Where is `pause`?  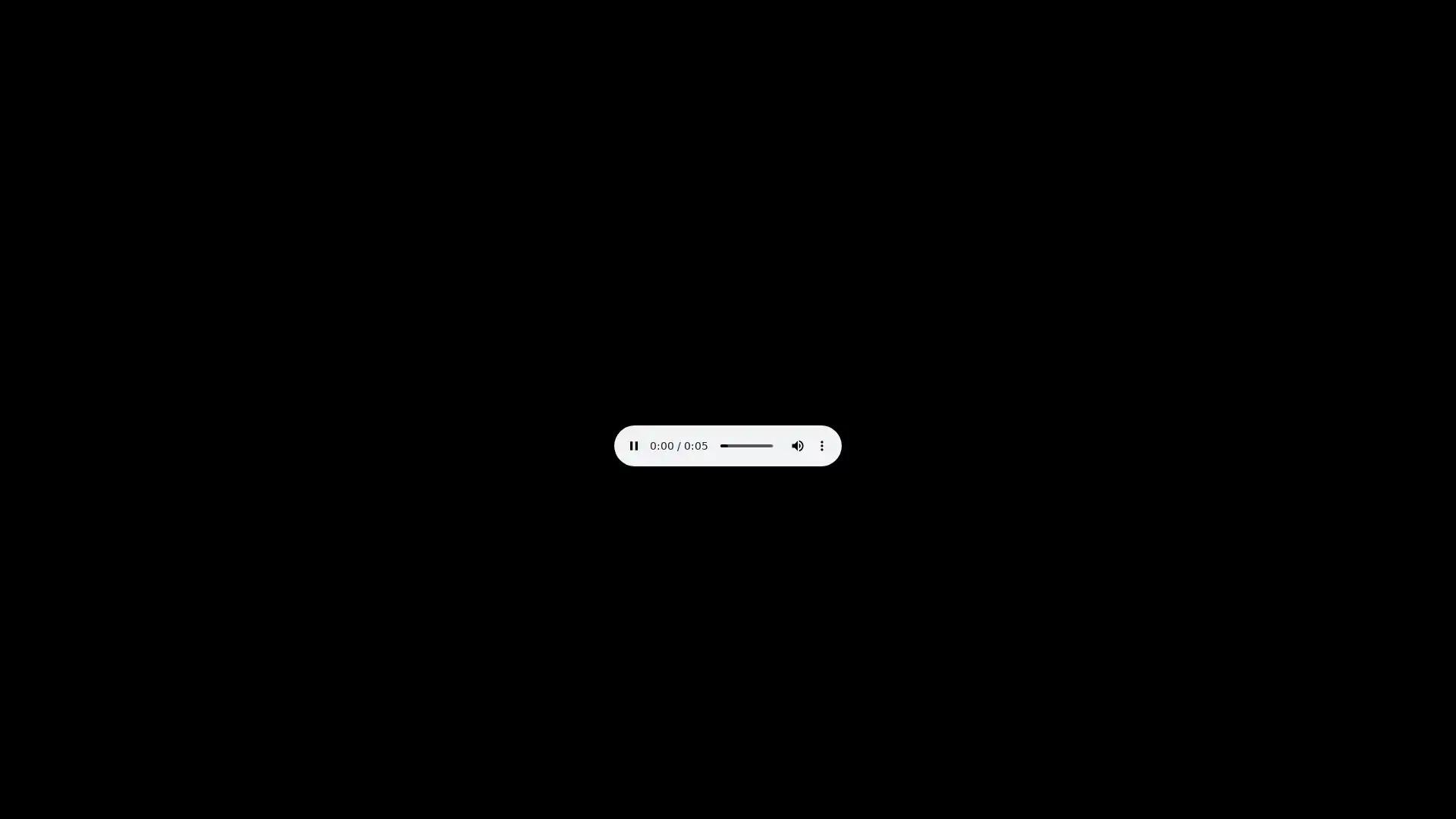
pause is located at coordinates (633, 444).